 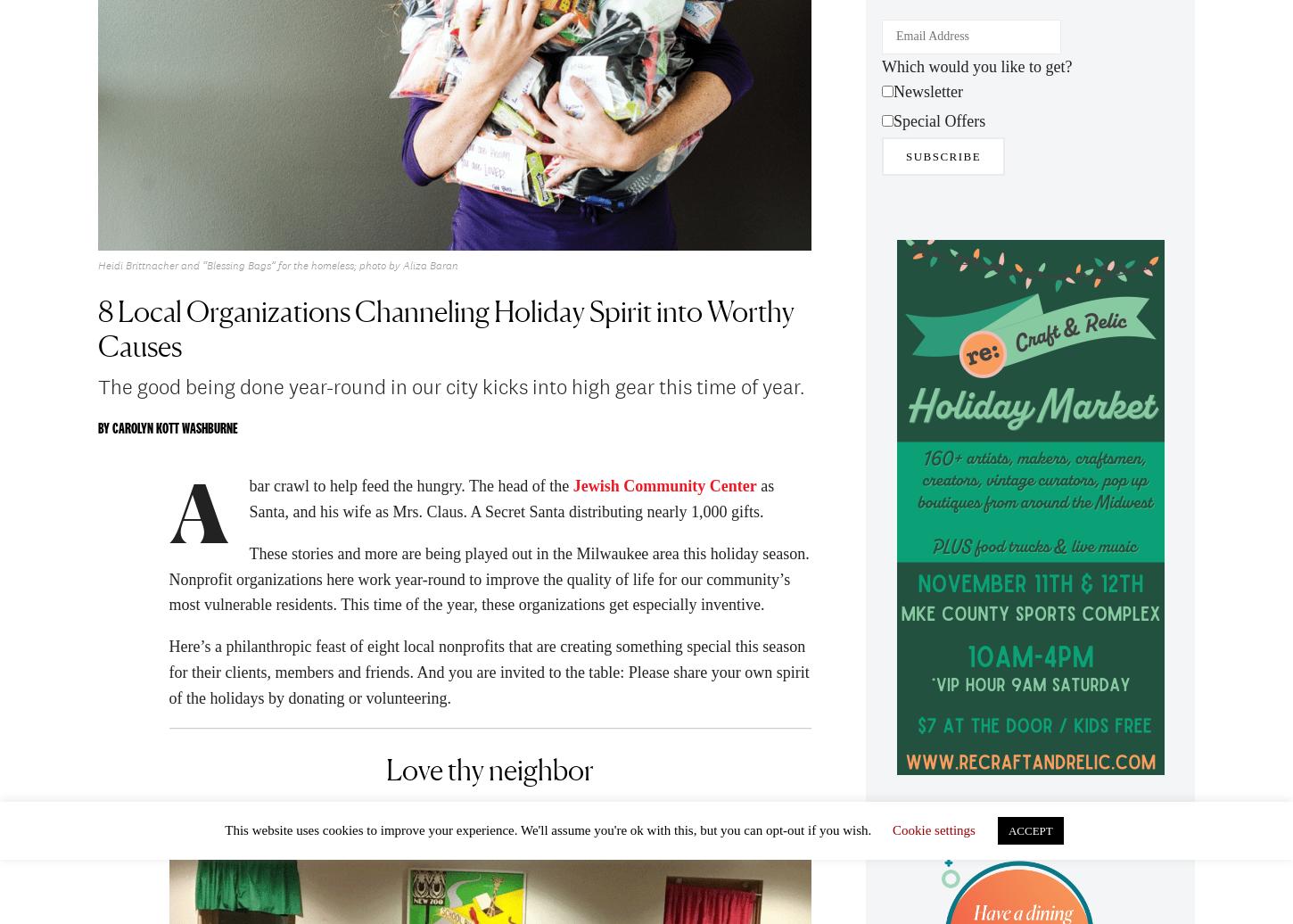 I want to click on 'Newsletter', so click(x=927, y=96).